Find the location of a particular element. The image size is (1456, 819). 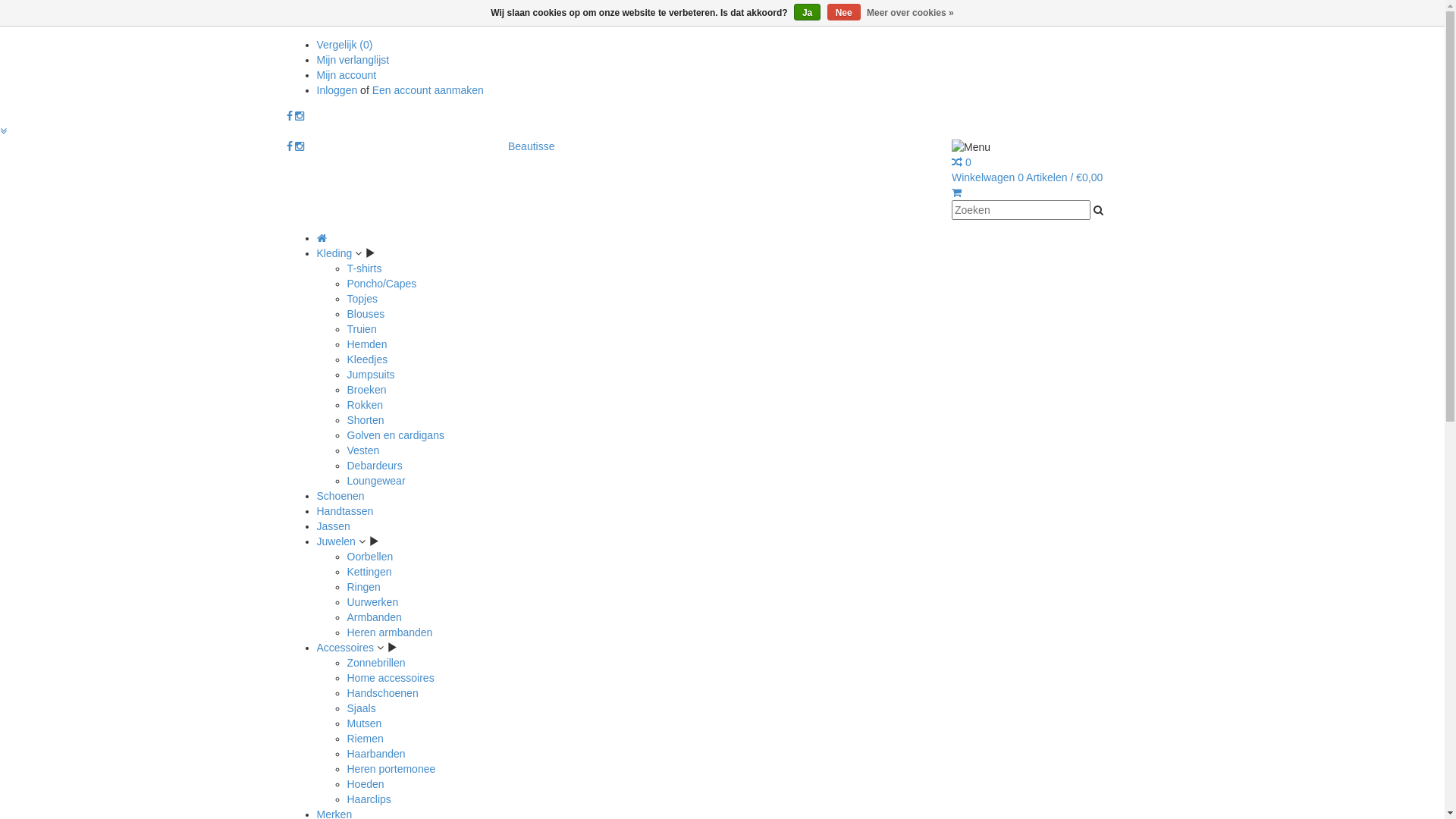

'Instagram Beautisse' is located at coordinates (299, 115).